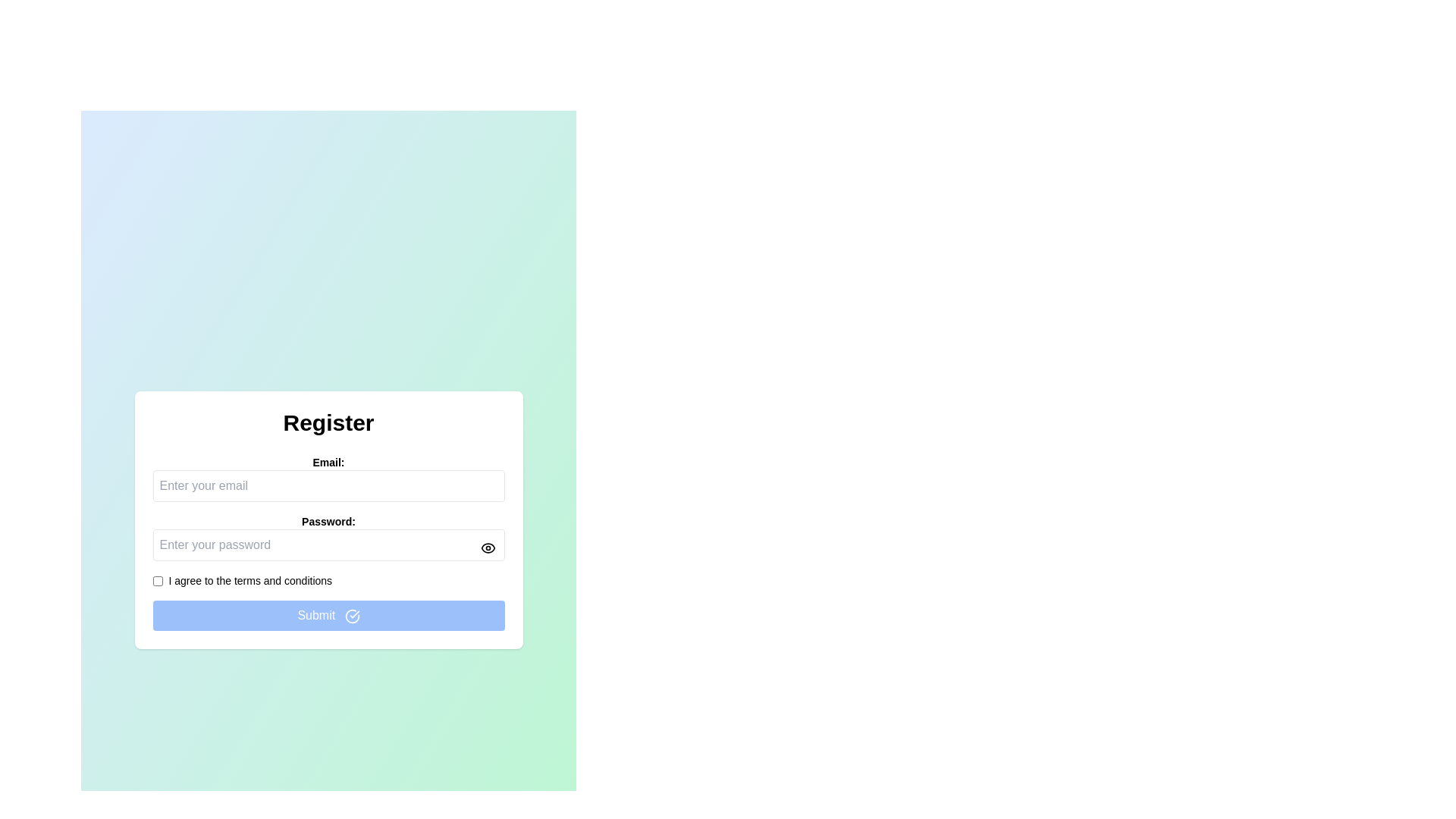 Image resolution: width=1456 pixels, height=819 pixels. Describe the element at coordinates (488, 548) in the screenshot. I see `the center of the toggle visibility icon located adjacent to the password input field` at that location.